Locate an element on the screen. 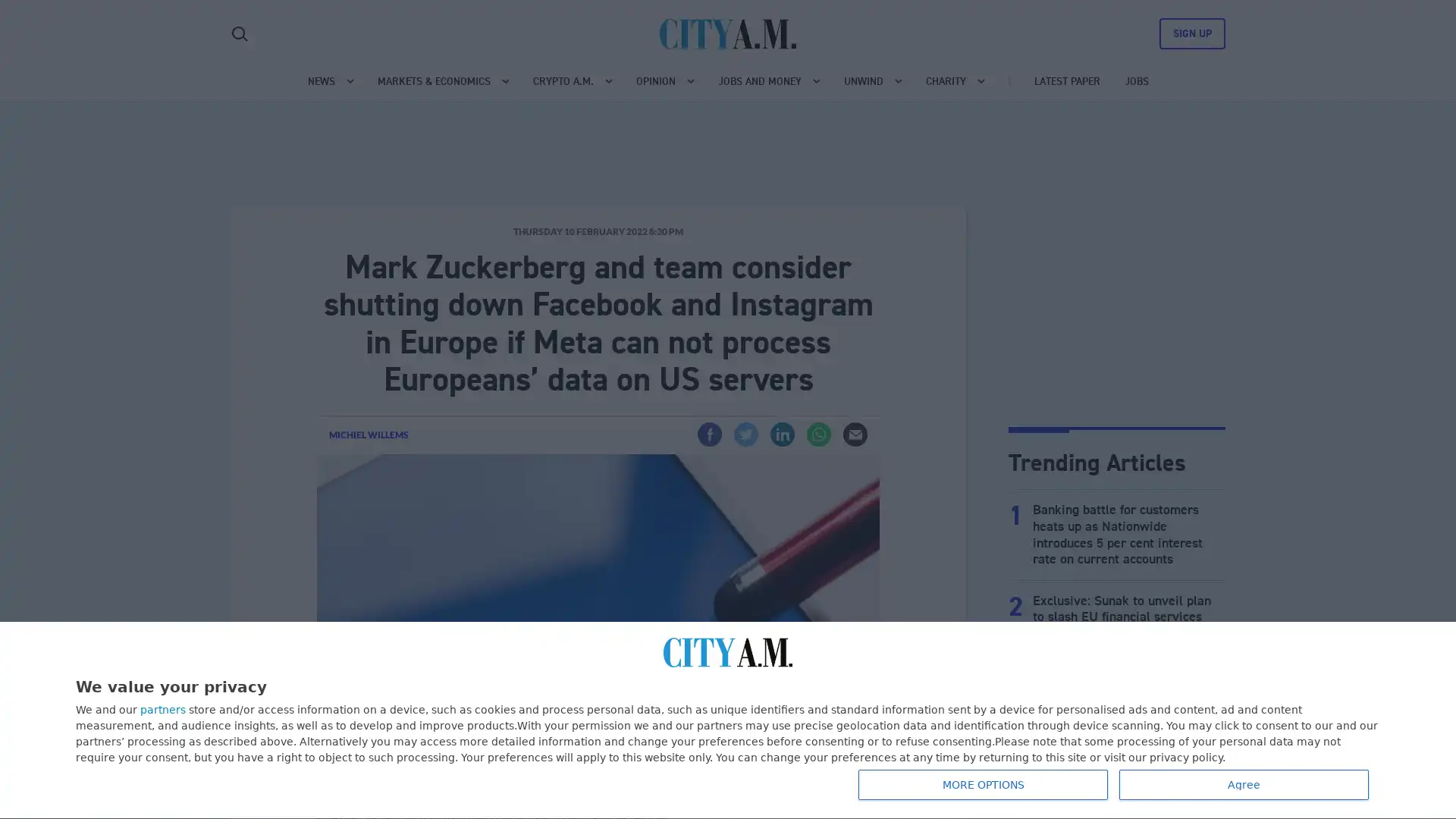 The height and width of the screenshot is (819, 1456). Agree is located at coordinates (1244, 784).